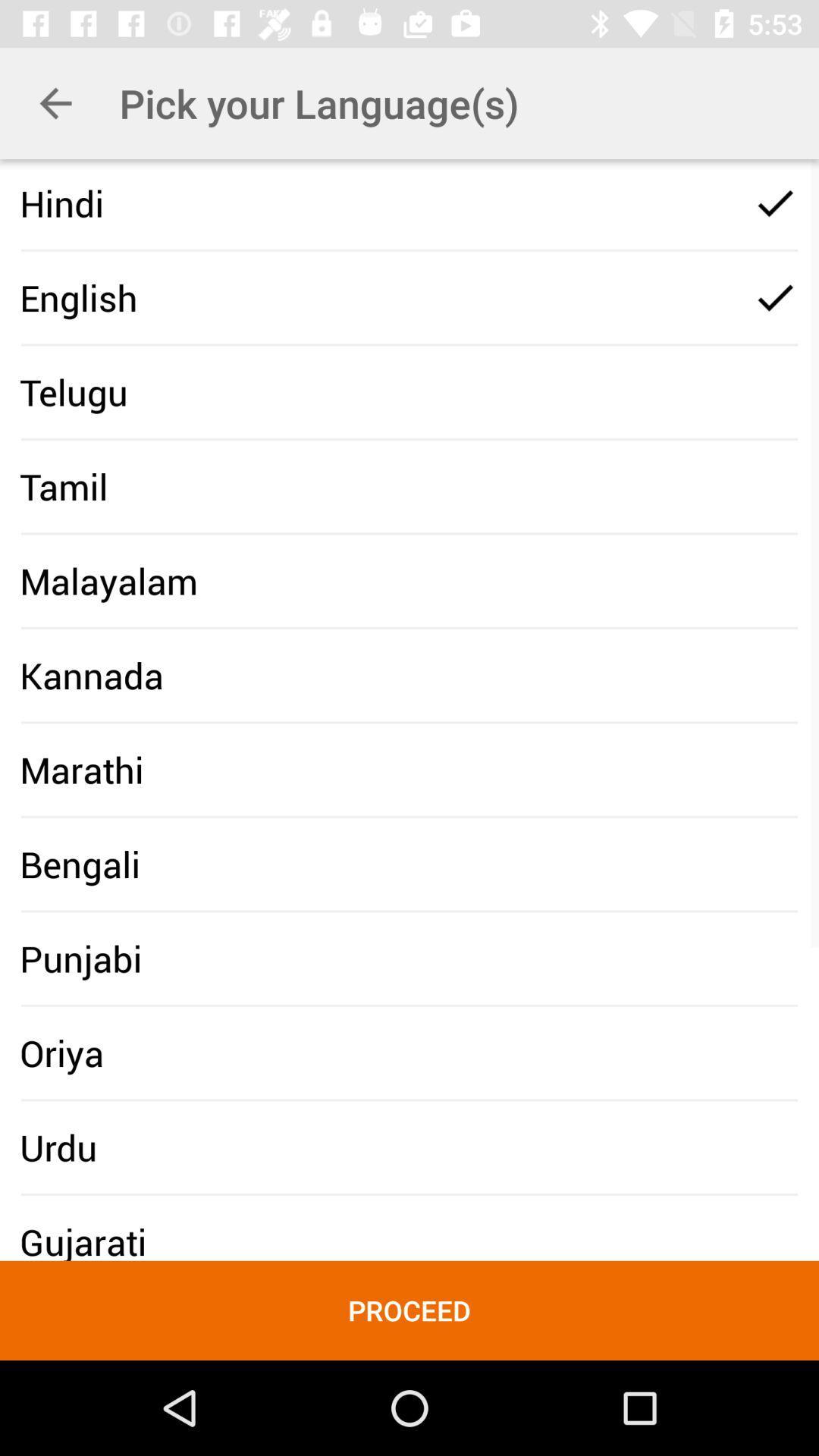 The image size is (819, 1456). I want to click on the gujarati item, so click(83, 1241).